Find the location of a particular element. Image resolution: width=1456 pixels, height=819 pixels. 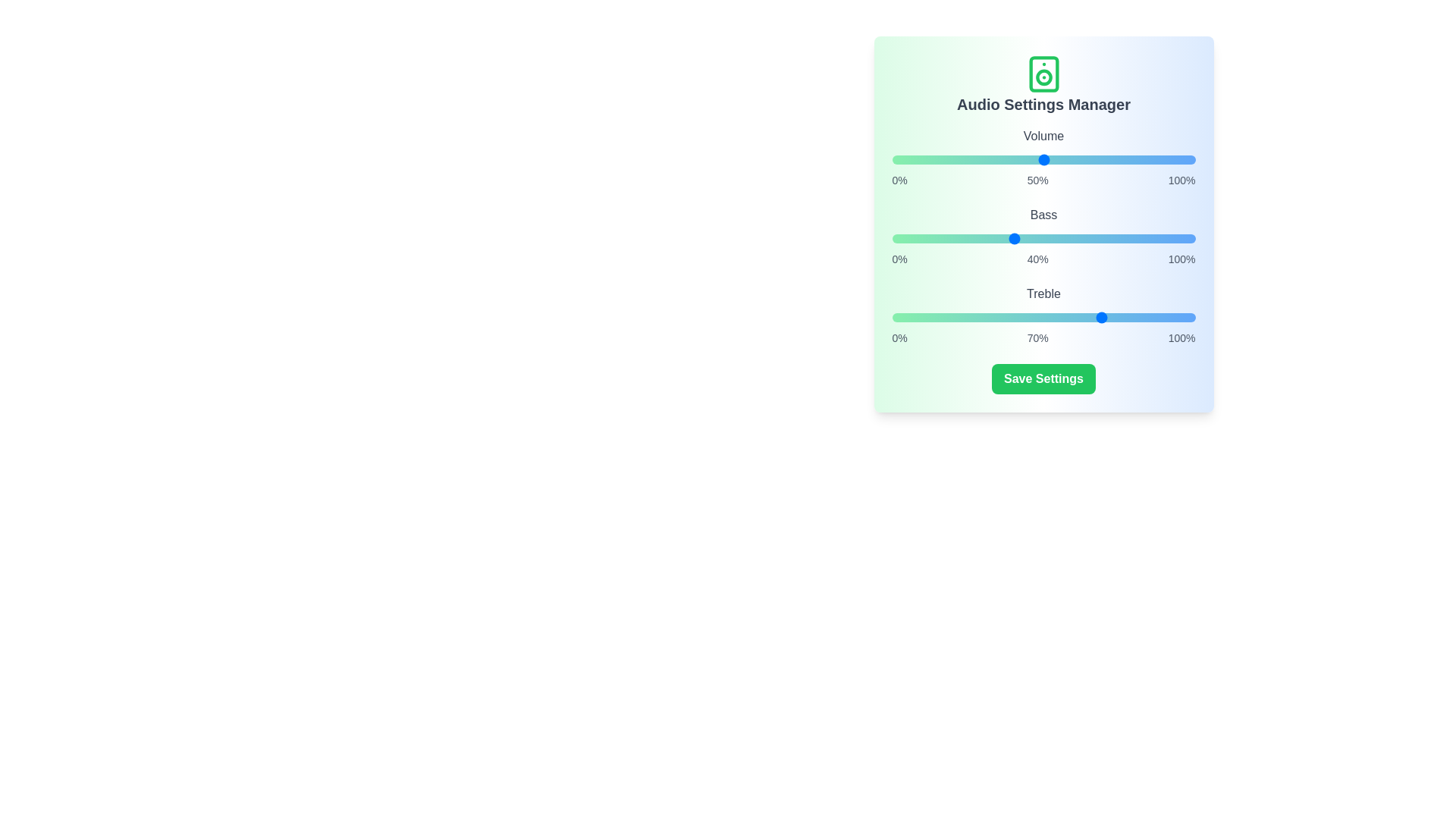

the volume slider to 93% is located at coordinates (1173, 160).